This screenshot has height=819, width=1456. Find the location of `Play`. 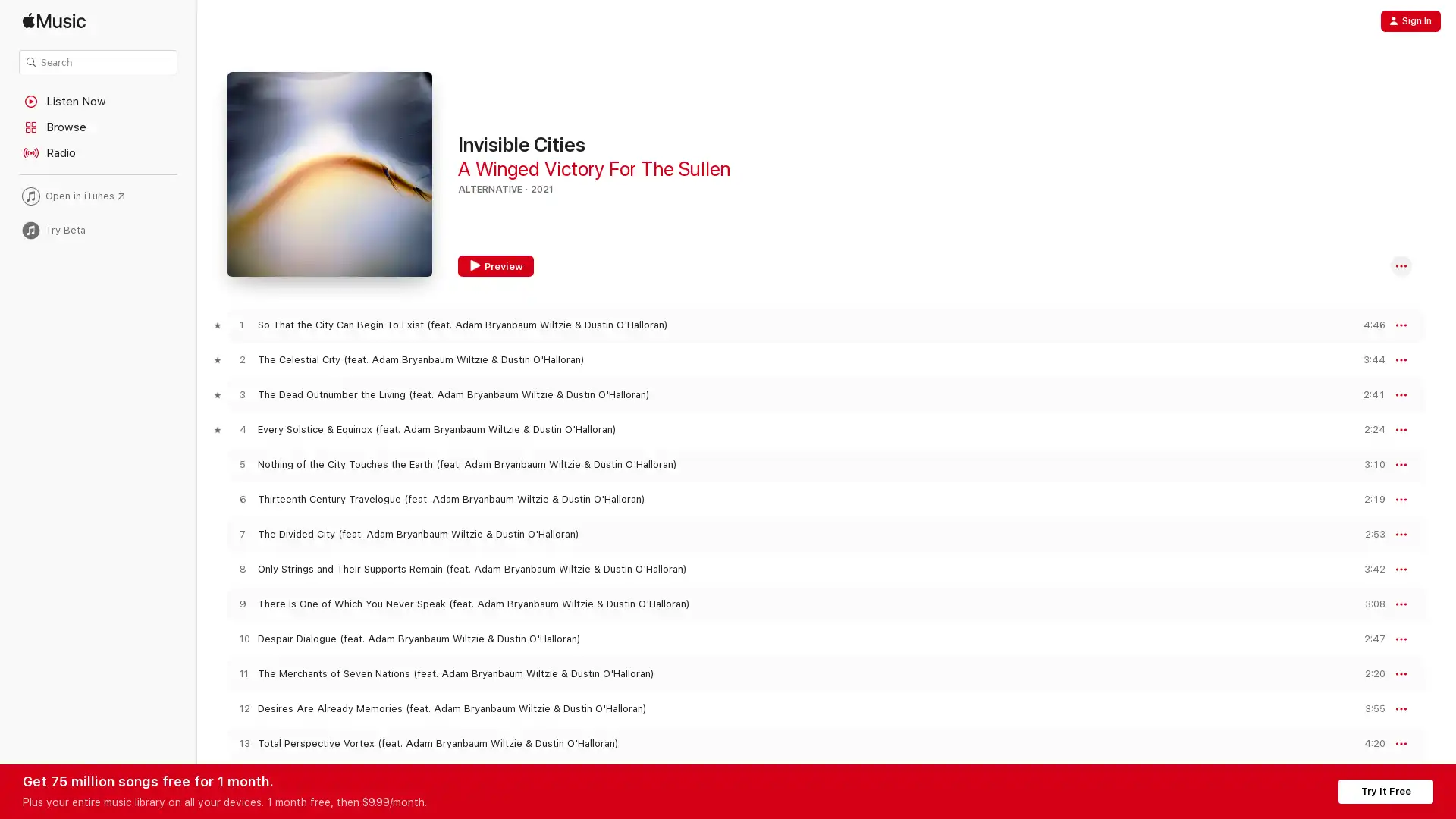

Play is located at coordinates (241, 463).